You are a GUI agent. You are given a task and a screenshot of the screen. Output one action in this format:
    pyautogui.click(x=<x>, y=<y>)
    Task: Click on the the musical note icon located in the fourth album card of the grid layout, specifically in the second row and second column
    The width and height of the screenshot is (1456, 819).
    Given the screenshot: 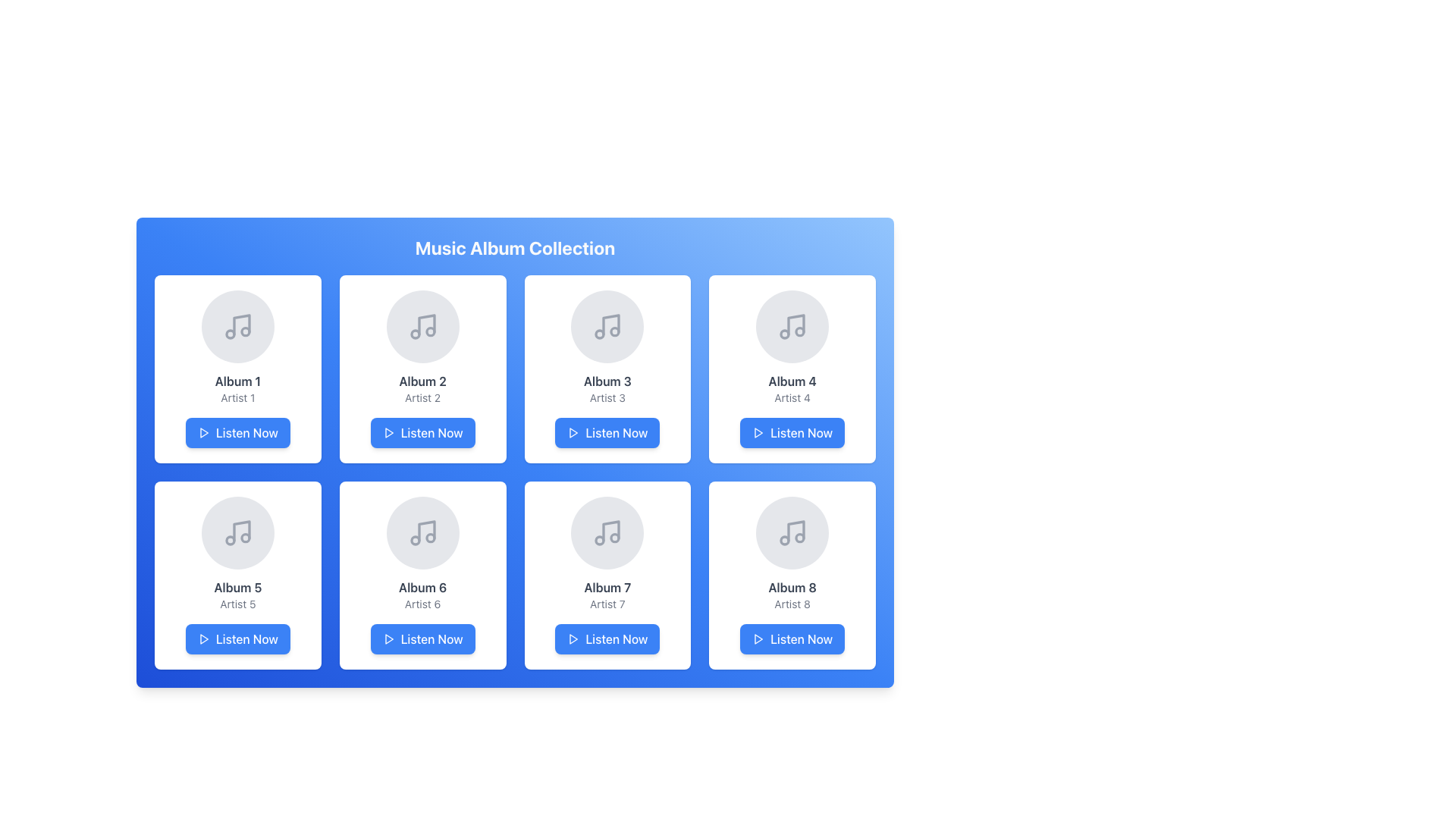 What is the action you would take?
    pyautogui.click(x=795, y=324)
    